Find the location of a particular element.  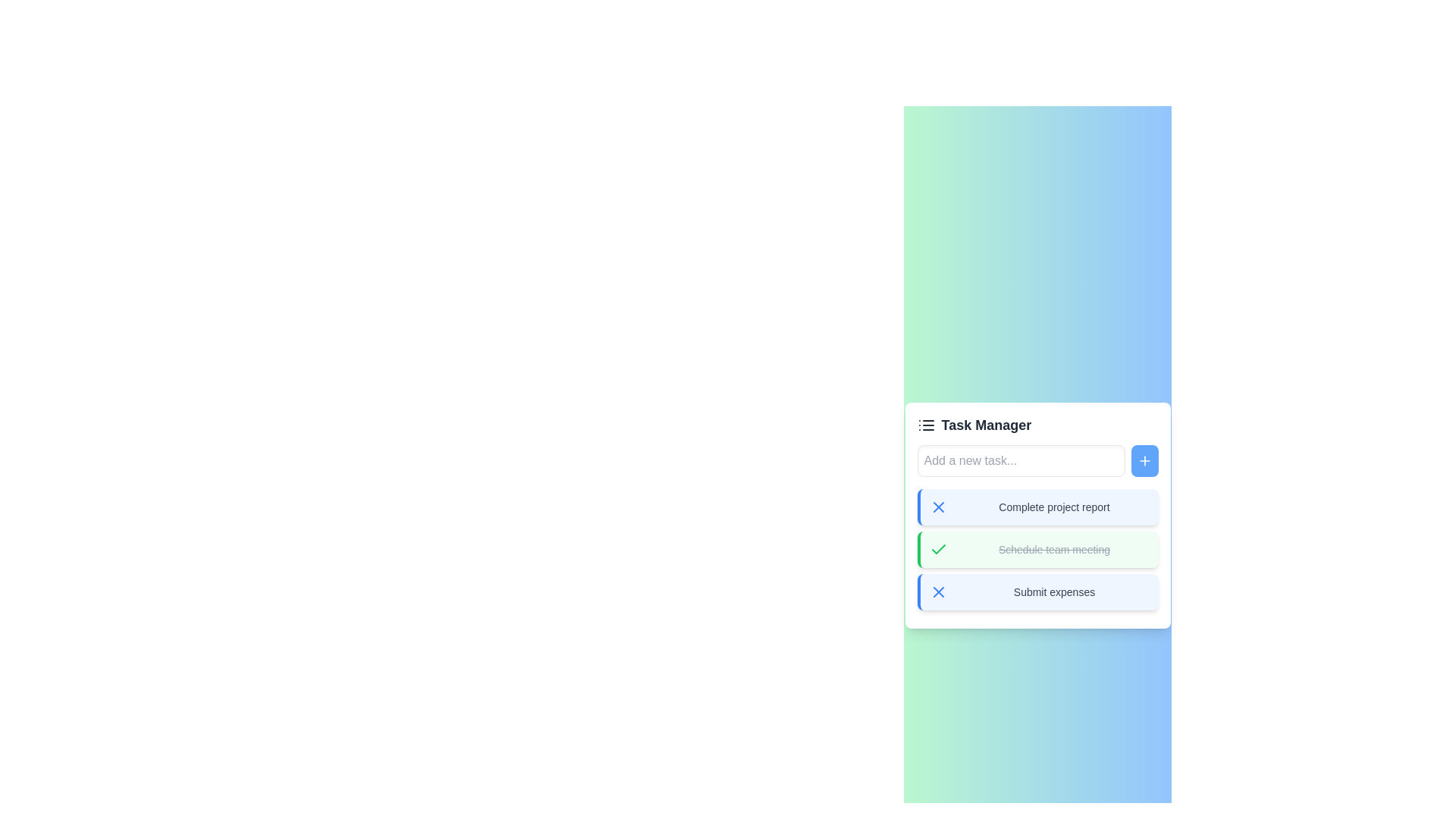

add button to add a new task is located at coordinates (1144, 460).